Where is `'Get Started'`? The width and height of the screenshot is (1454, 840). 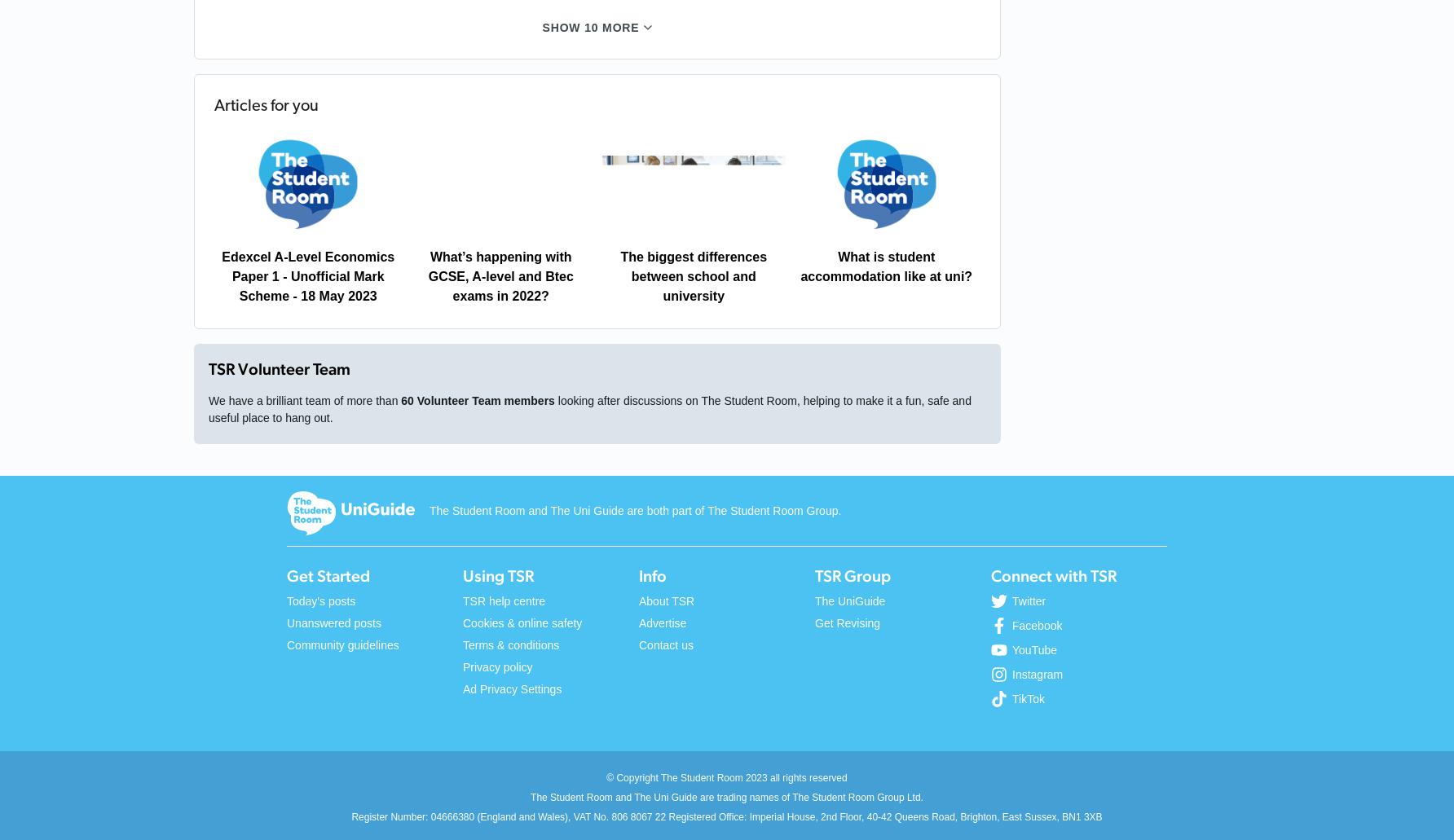 'Get Started' is located at coordinates (328, 575).